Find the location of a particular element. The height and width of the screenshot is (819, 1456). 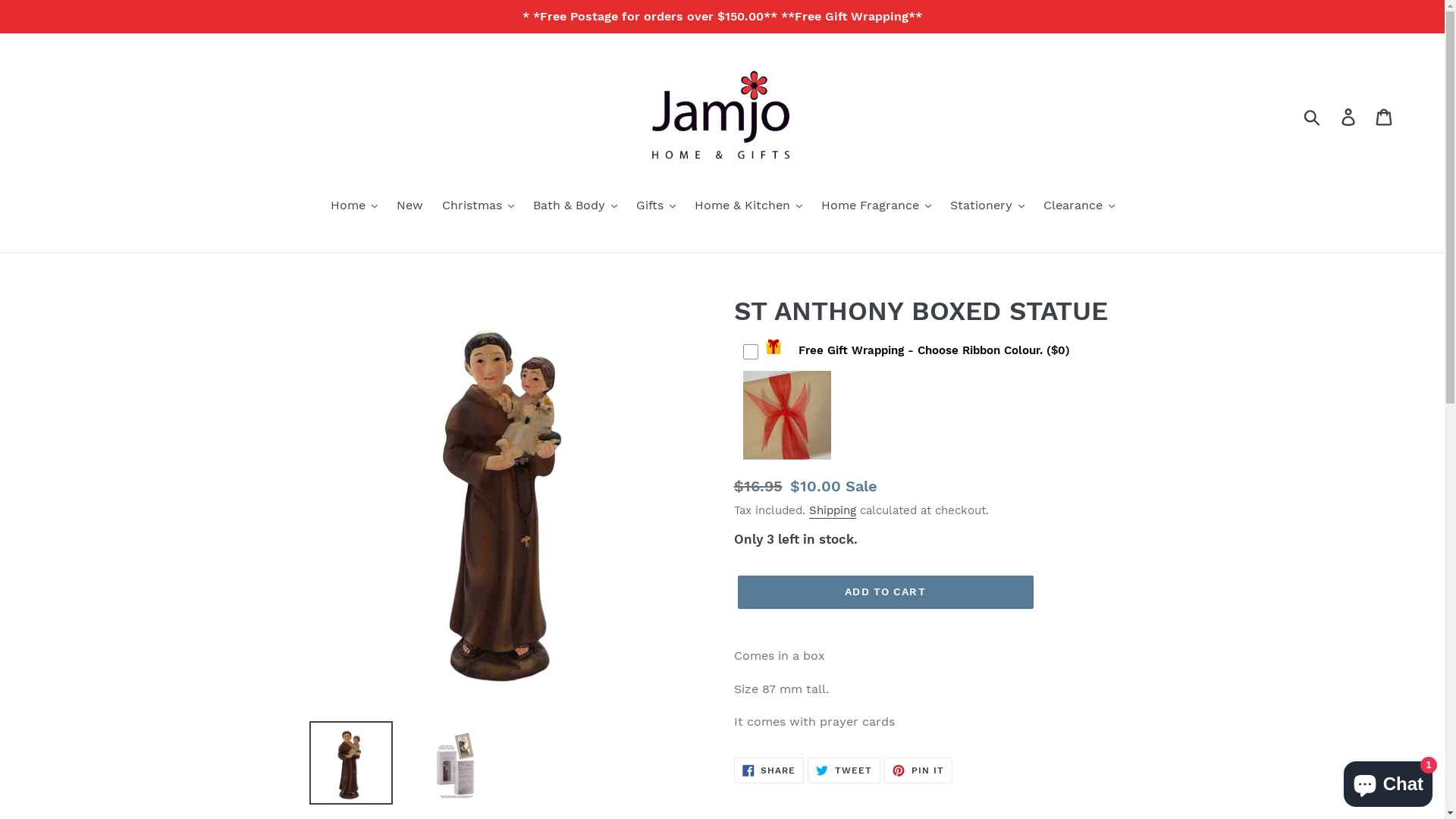

'New' is located at coordinates (409, 206).